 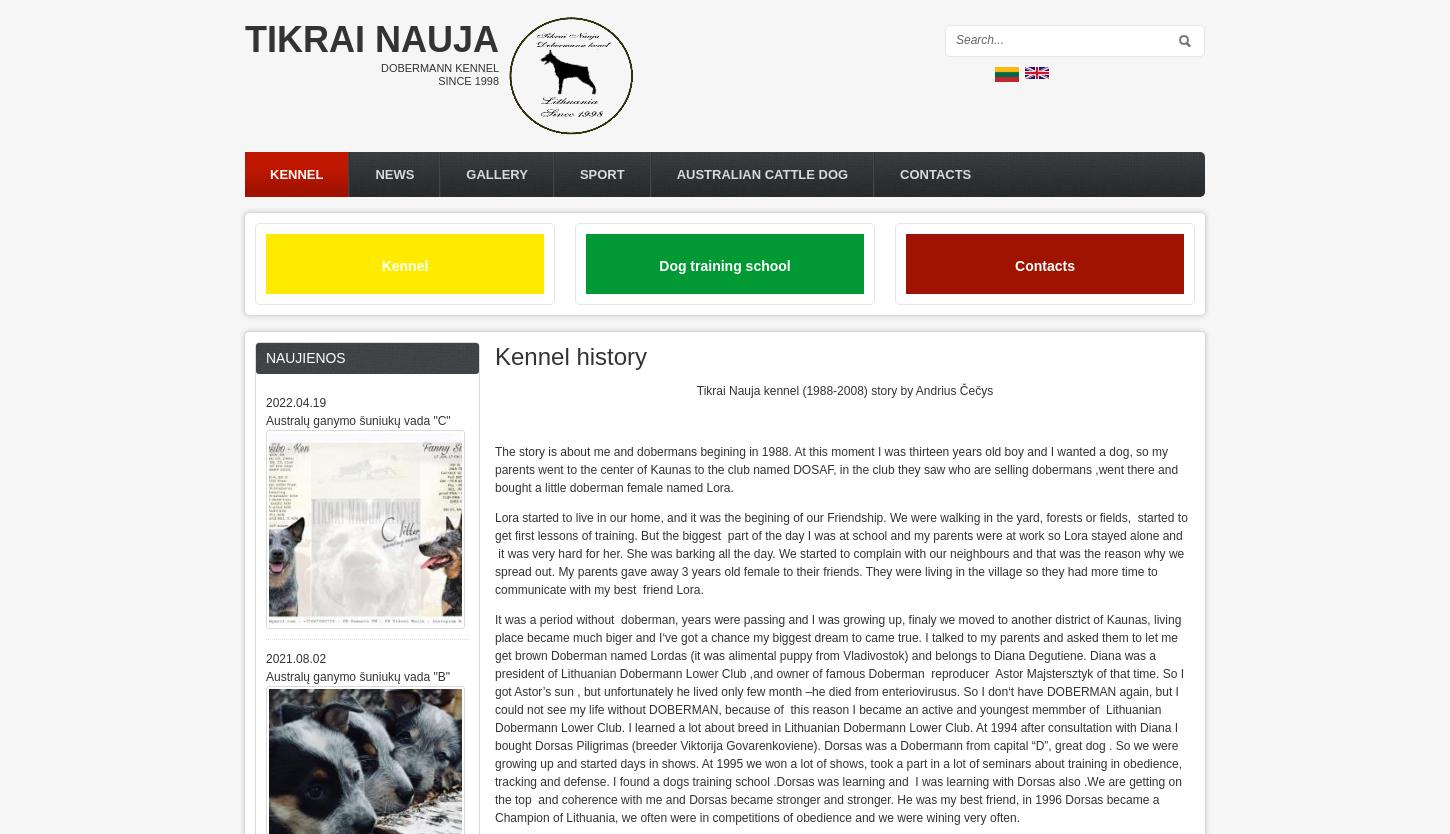 What do you see at coordinates (1044, 264) in the screenshot?
I see `'Contacts'` at bounding box center [1044, 264].